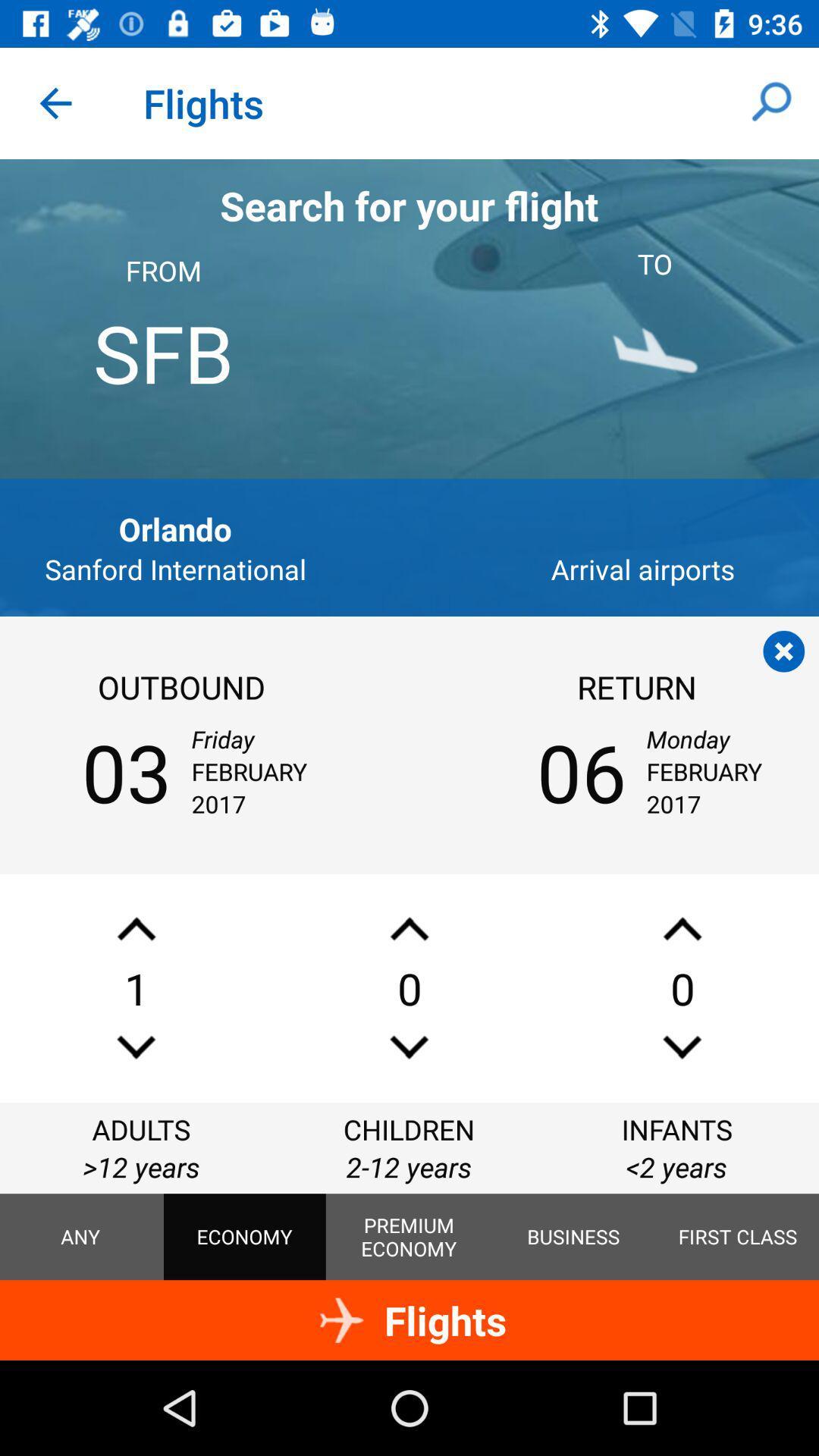 This screenshot has height=1456, width=819. Describe the element at coordinates (409, 1046) in the screenshot. I see `the sliders icon` at that location.